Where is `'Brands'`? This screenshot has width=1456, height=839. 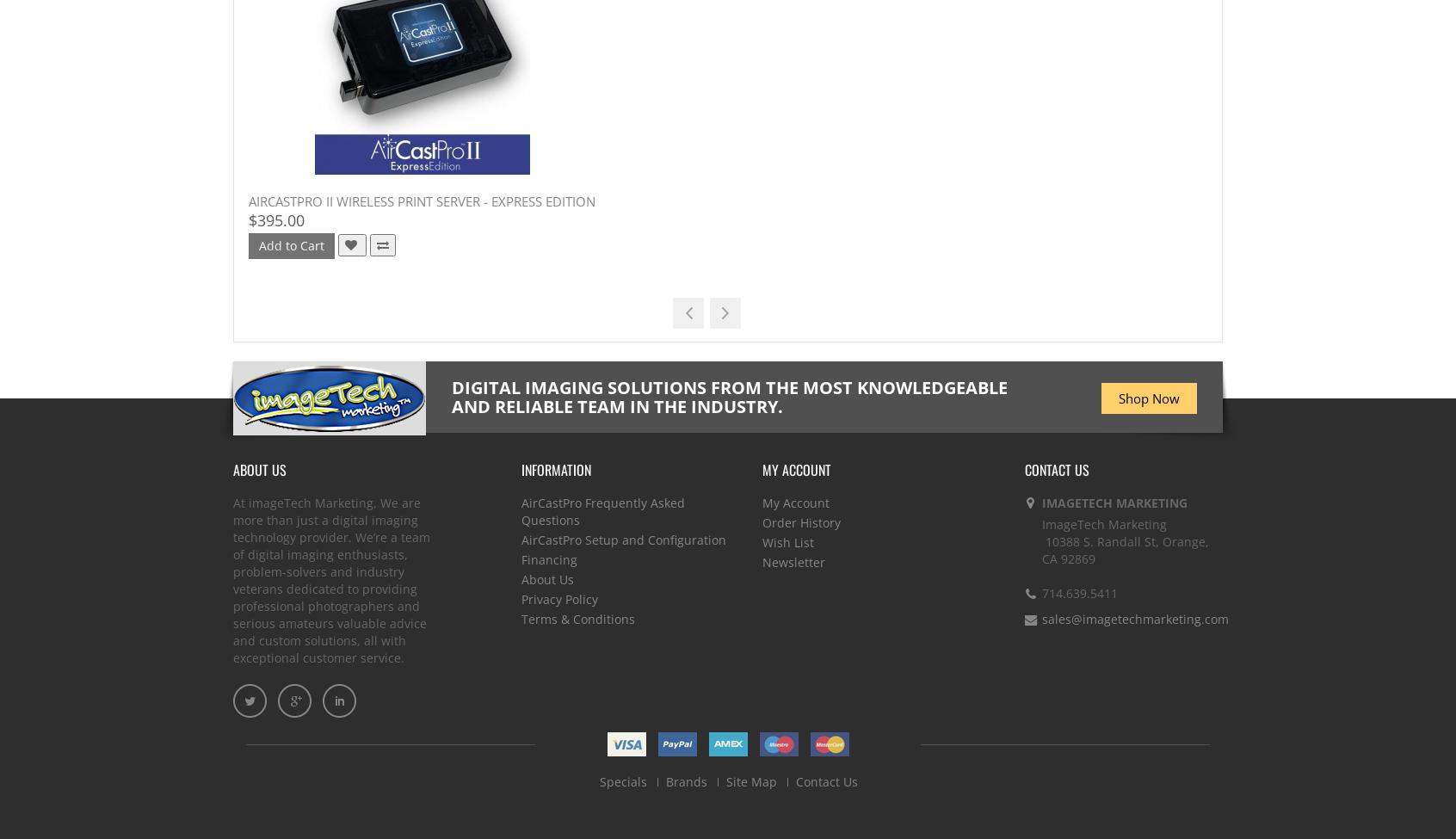 'Brands' is located at coordinates (686, 780).